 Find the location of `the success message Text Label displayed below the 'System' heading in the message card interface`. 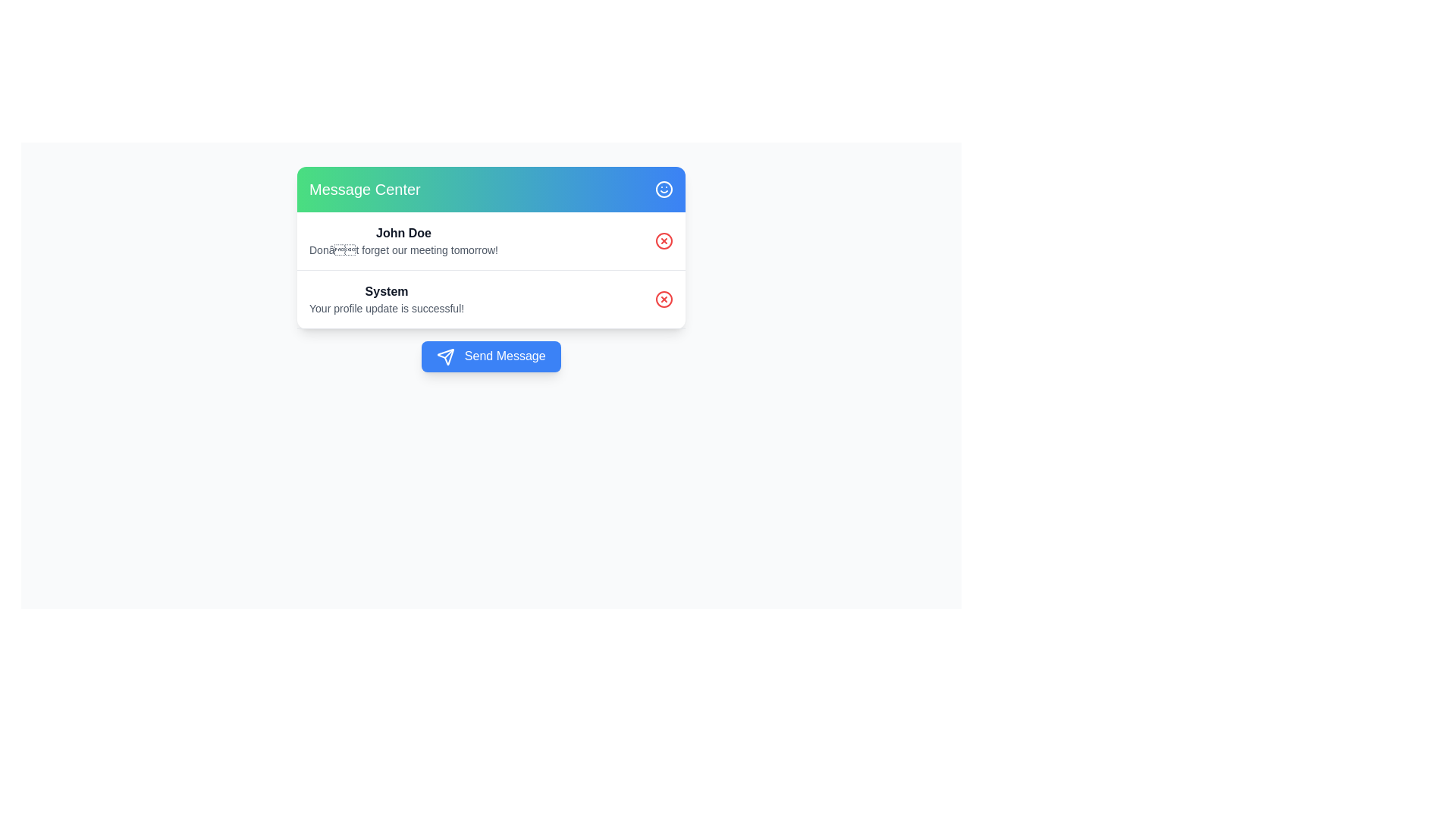

the success message Text Label displayed below the 'System' heading in the message card interface is located at coordinates (387, 308).